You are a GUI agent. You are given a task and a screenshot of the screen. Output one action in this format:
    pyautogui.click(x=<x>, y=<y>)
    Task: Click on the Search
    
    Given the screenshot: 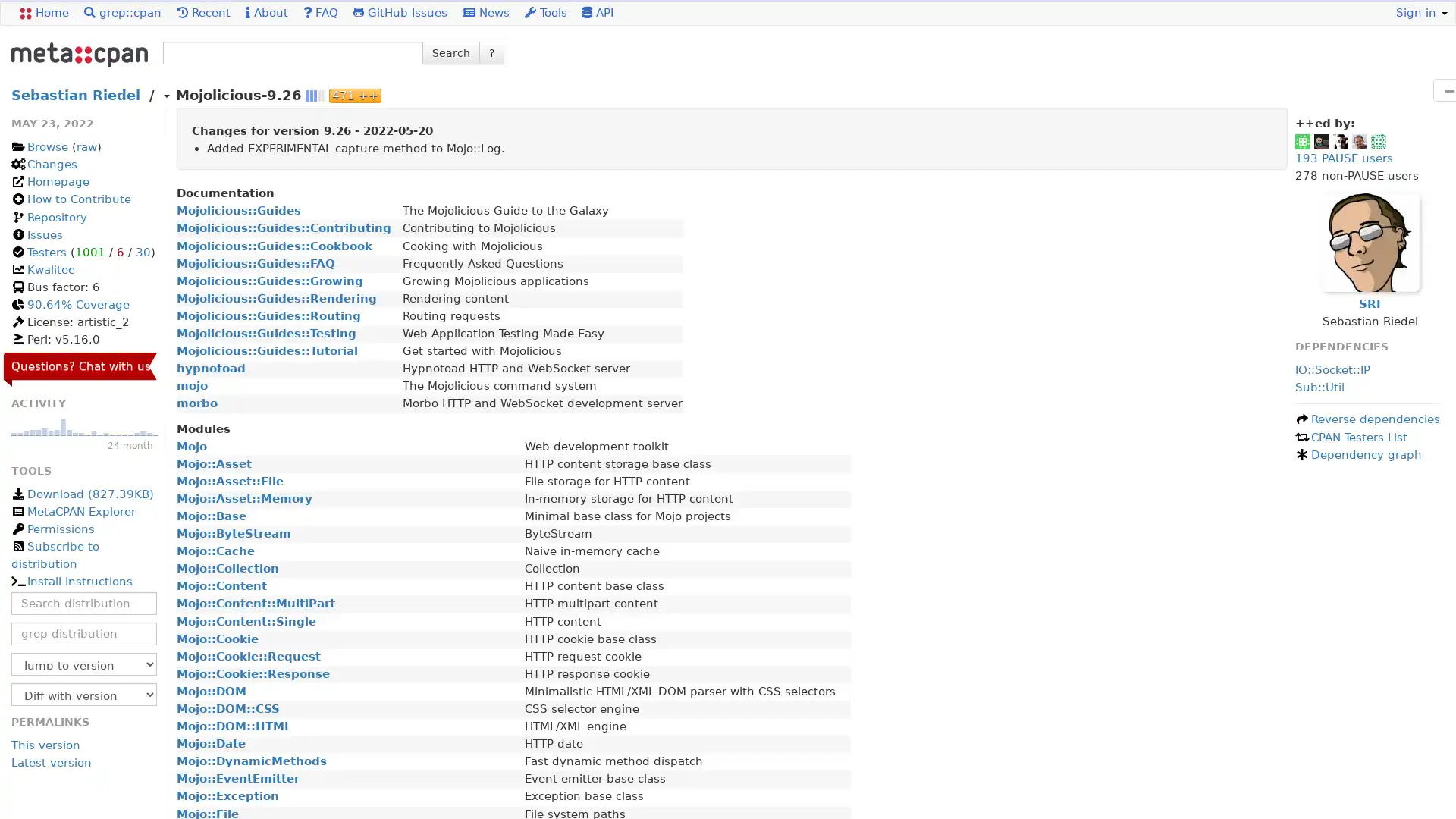 What is the action you would take?
    pyautogui.click(x=450, y=52)
    